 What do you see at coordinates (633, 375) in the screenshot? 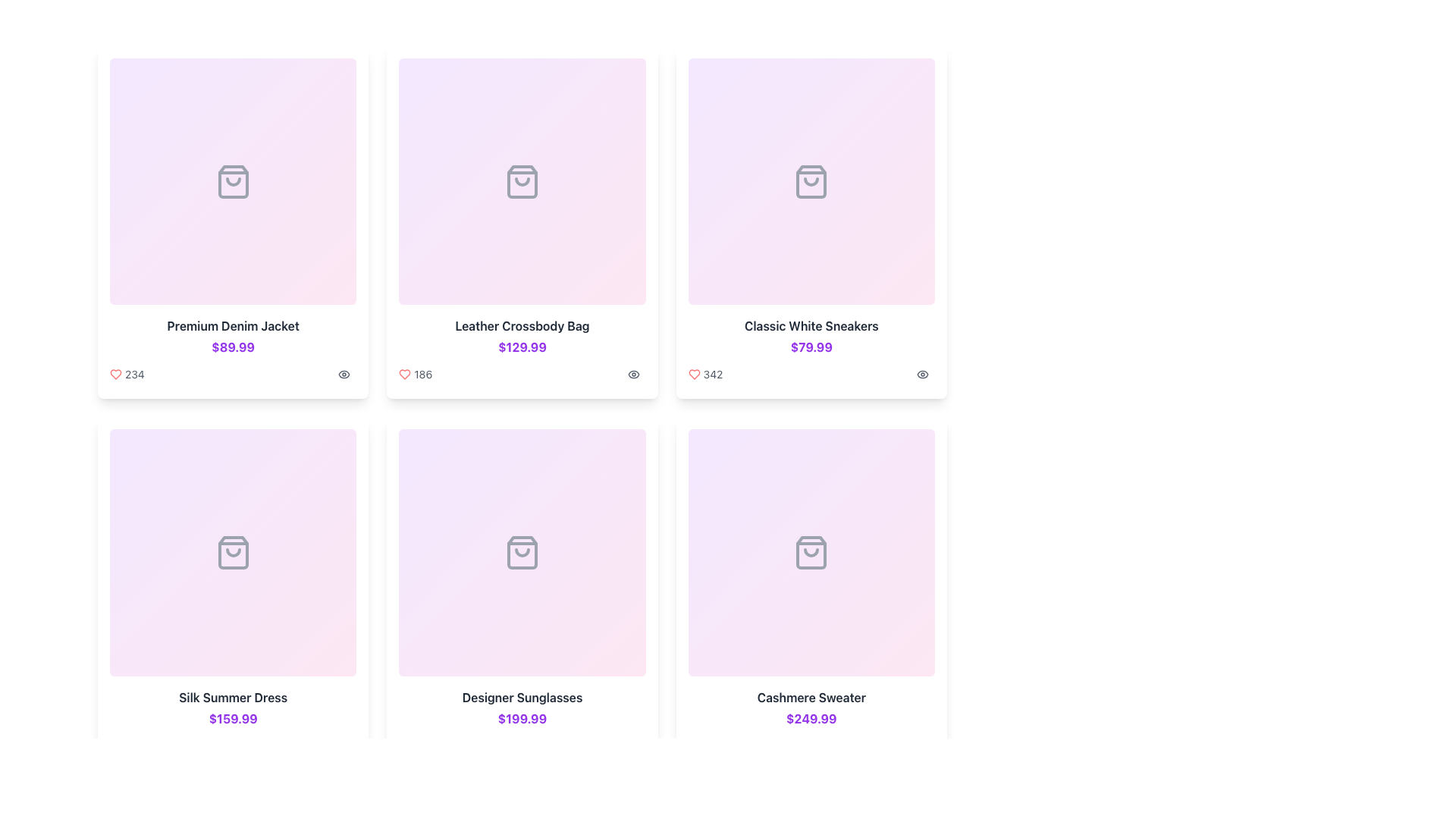
I see `the eye icon located in the bottom-right corner of the product card in the second row, second column of the grid layout` at bounding box center [633, 375].